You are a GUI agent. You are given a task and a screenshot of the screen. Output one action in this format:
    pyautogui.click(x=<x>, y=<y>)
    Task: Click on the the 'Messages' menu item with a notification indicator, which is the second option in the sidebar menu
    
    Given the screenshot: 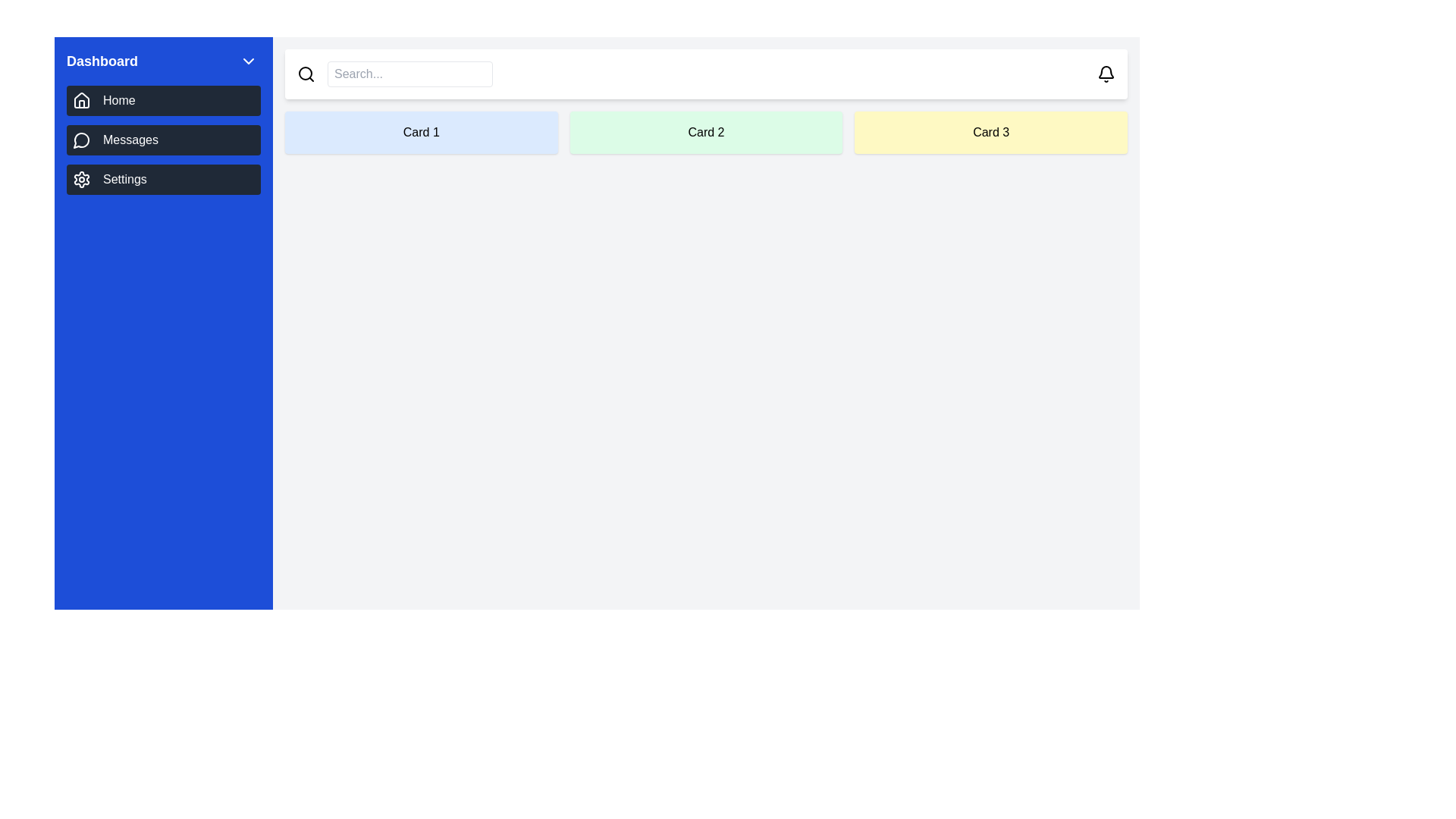 What is the action you would take?
    pyautogui.click(x=164, y=140)
    